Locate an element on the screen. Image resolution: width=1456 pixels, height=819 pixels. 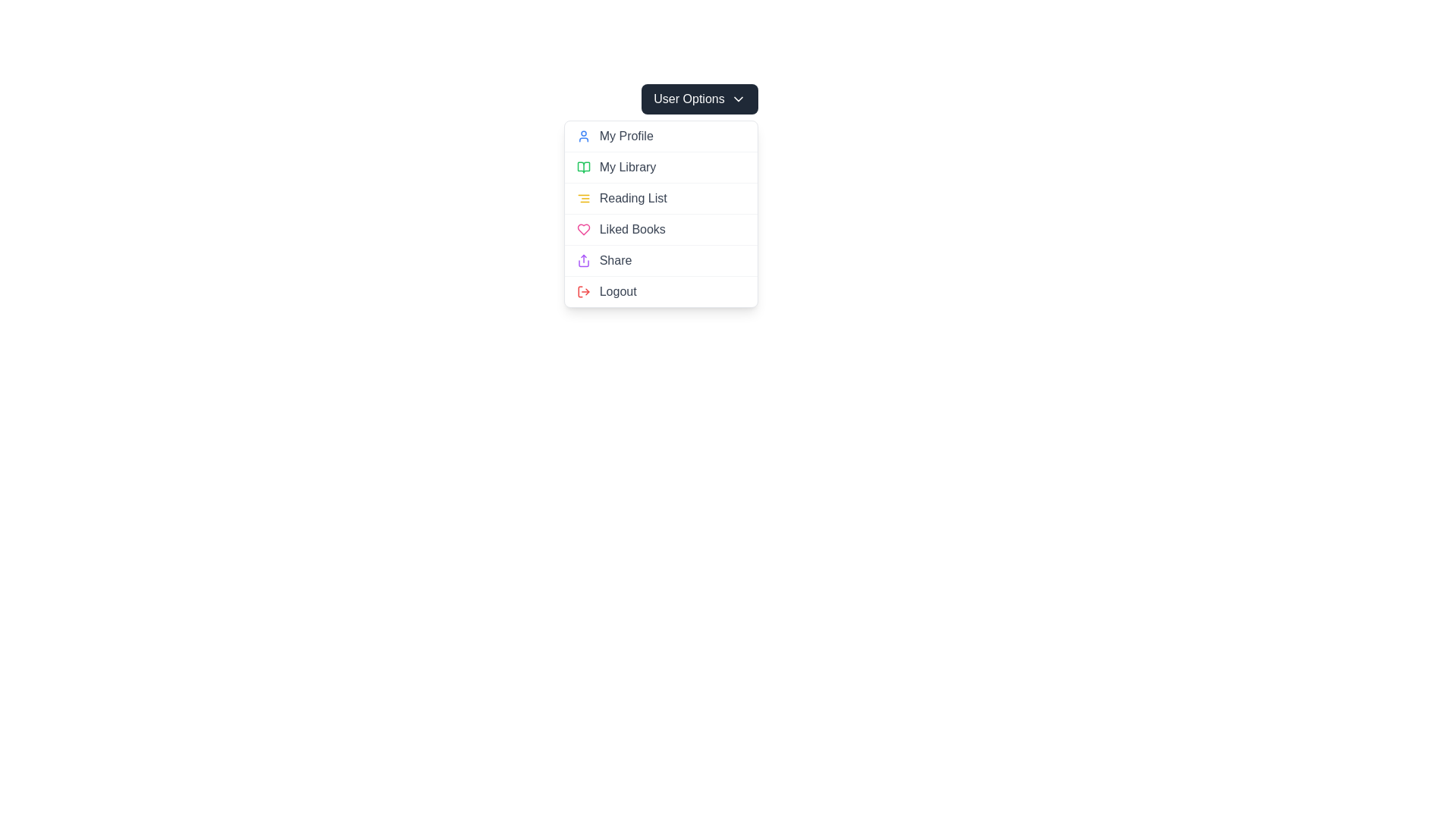
the third menu item labeled 'Reading List' located below the 'User Options' header is located at coordinates (661, 197).